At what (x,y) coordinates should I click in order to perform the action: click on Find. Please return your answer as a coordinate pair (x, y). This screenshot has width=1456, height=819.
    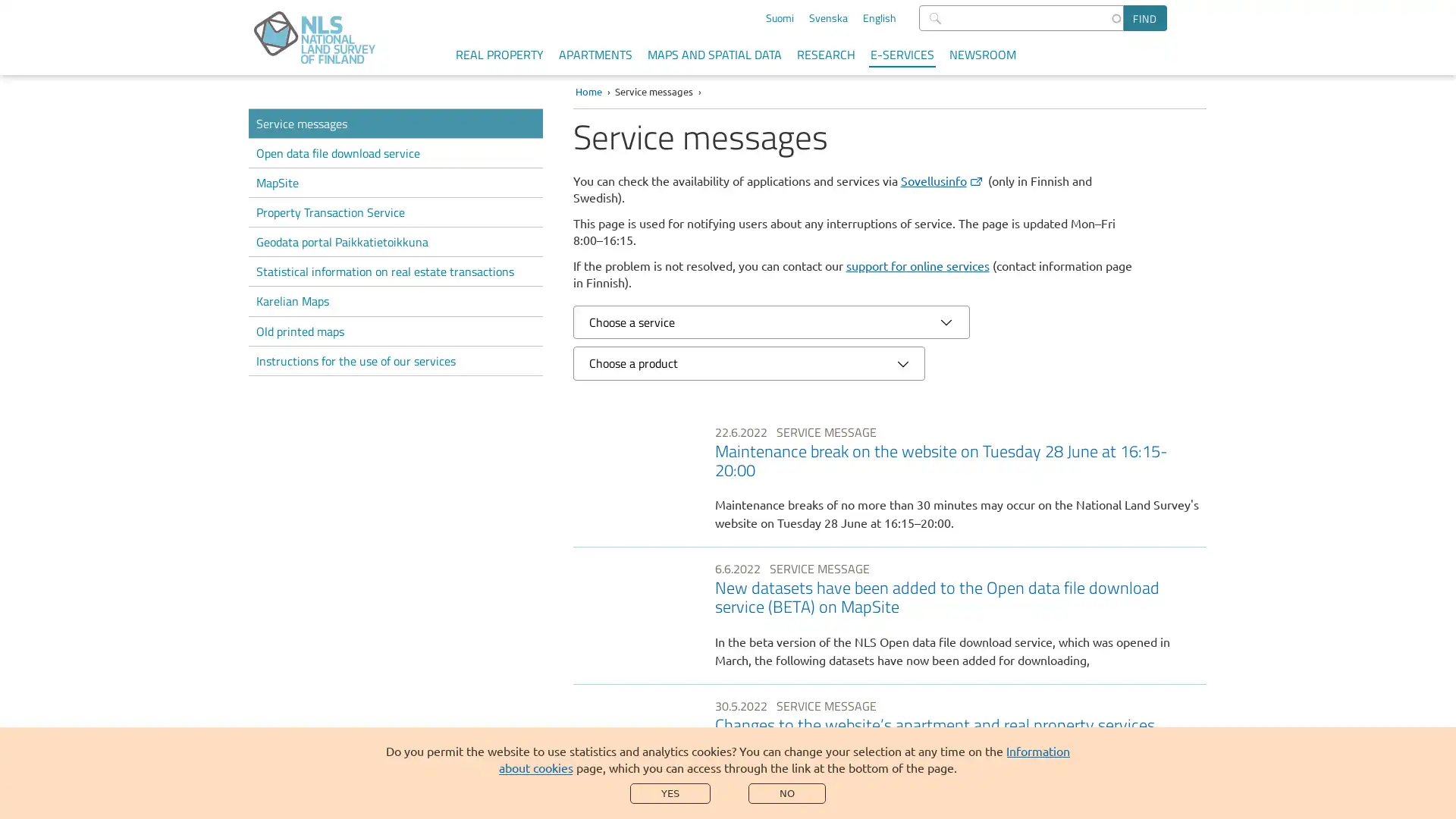
    Looking at the image, I should click on (1145, 17).